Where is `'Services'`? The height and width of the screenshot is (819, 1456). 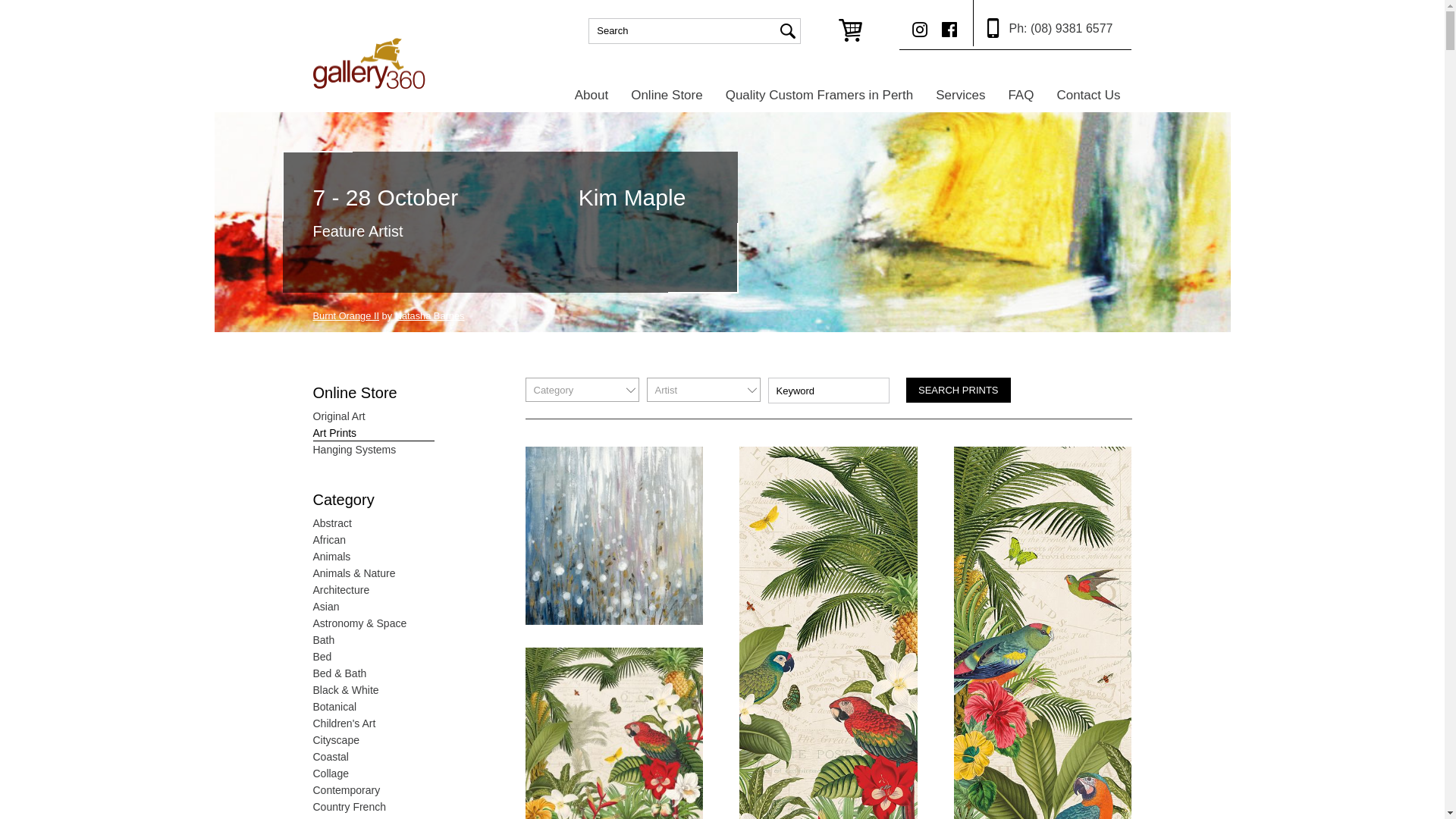 'Services' is located at coordinates (924, 94).